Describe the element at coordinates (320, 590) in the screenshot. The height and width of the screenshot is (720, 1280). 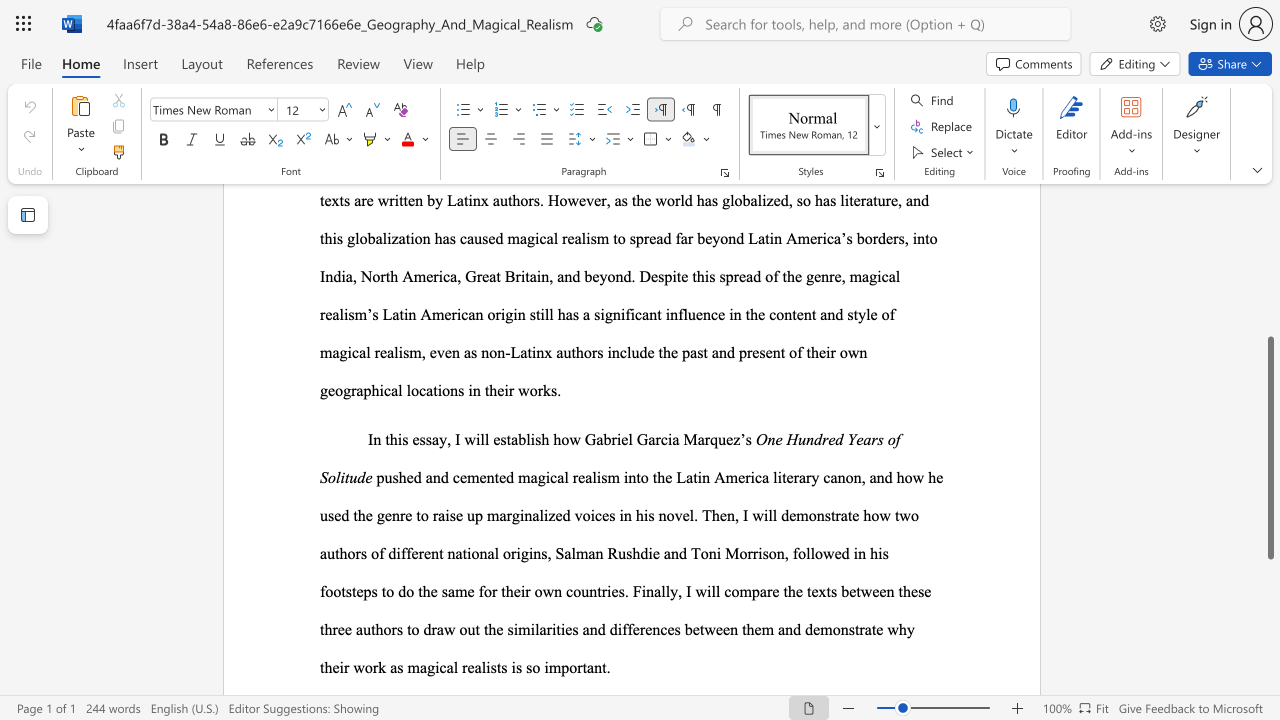
I see `the subset text "foot" within the text "followed in his footsteps"` at that location.